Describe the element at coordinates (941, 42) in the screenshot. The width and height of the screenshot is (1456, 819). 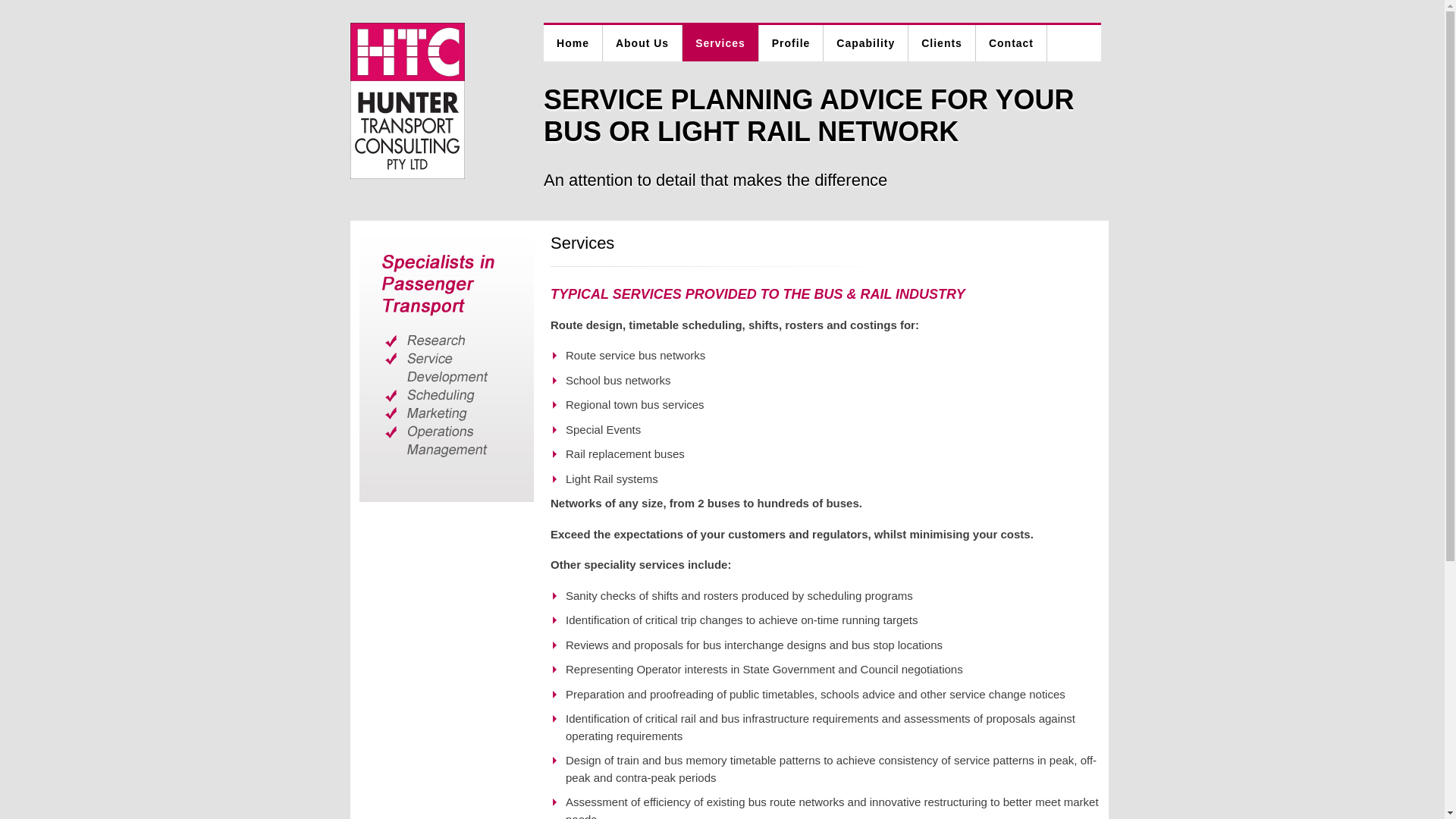
I see `'Clients'` at that location.